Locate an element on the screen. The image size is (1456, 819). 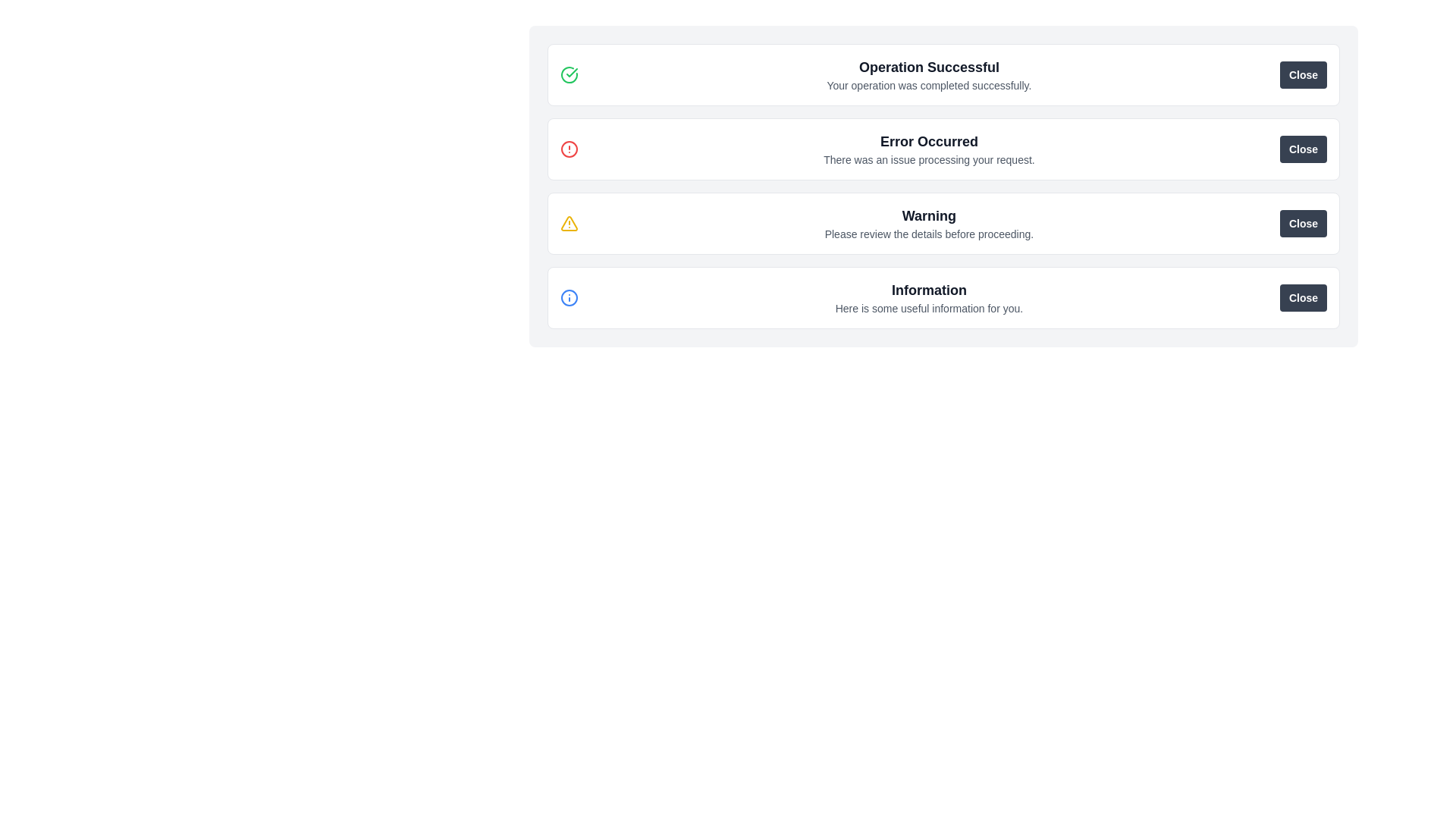
text label stating 'Please review the details before proceeding.' which is styled in a smaller font size and lighter gray color, located directly below the bold 'Warning' text in the notification stack is located at coordinates (928, 234).